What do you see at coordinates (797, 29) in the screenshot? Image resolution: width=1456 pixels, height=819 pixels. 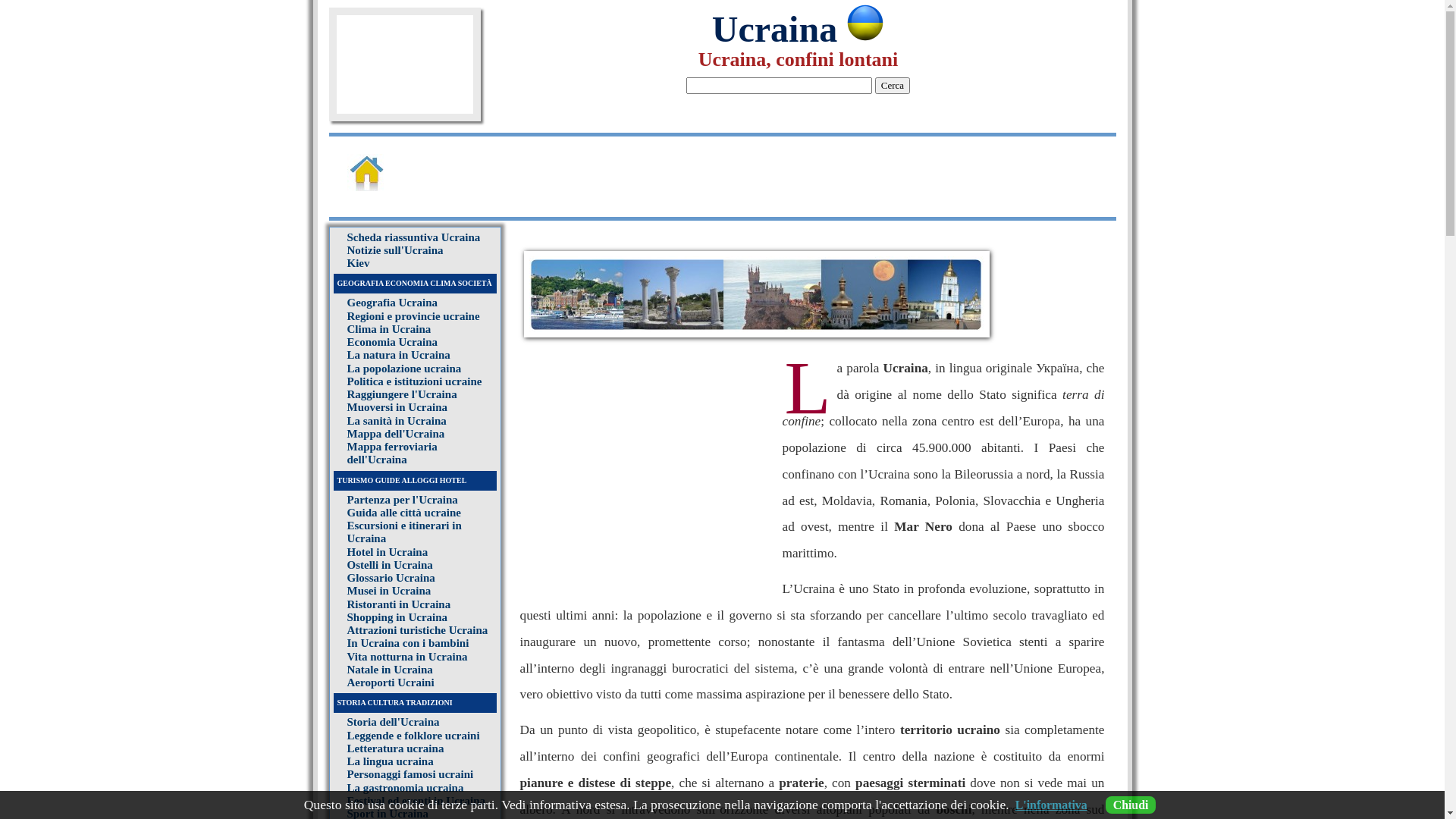 I see `'Ucraina'` at bounding box center [797, 29].